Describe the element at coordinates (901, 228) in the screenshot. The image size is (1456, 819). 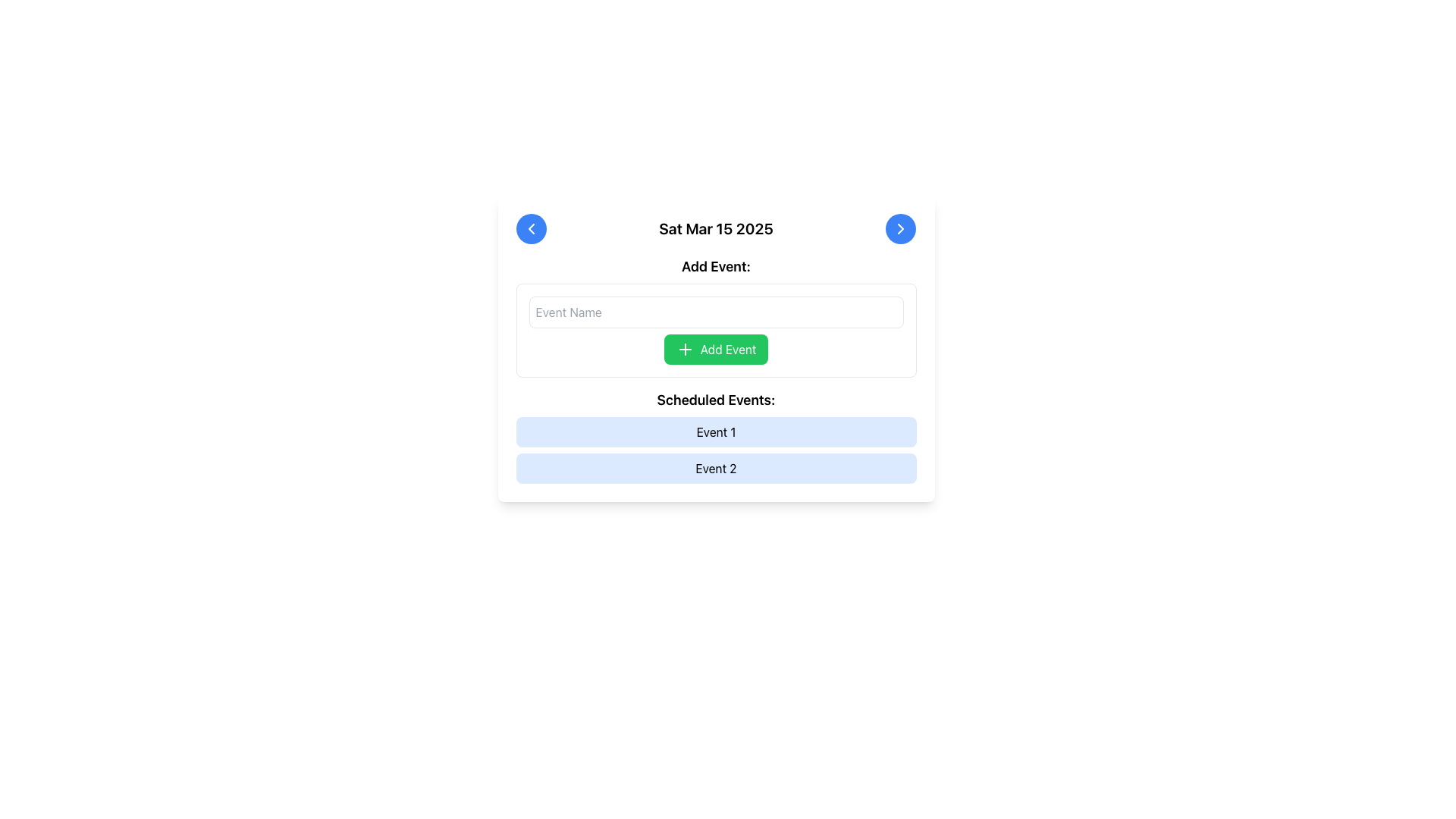
I see `the button located to the far right of the header section, next to the text 'Sat Mar 15 2025'` at that location.